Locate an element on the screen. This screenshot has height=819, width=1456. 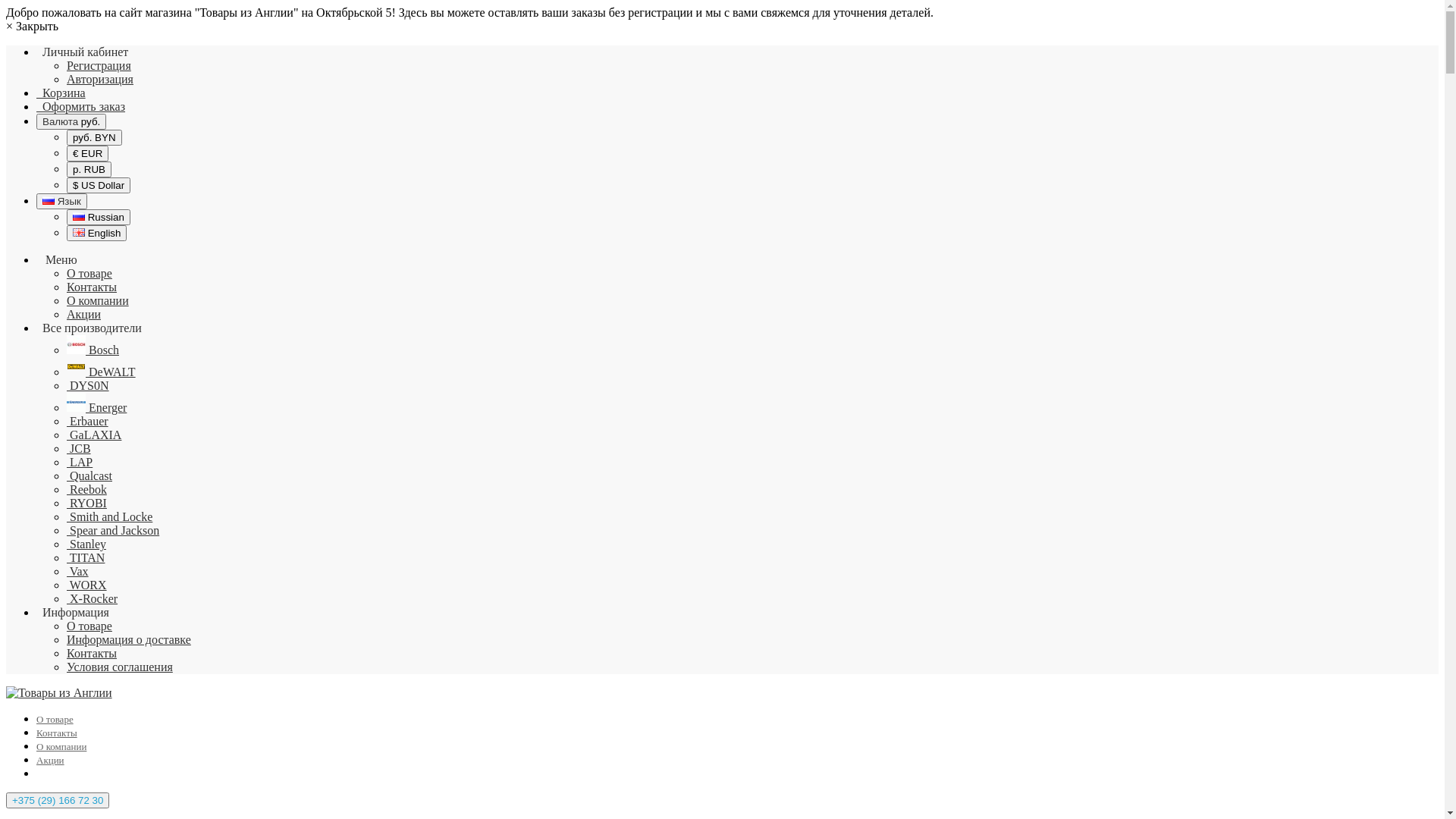
'English' is located at coordinates (78, 232).